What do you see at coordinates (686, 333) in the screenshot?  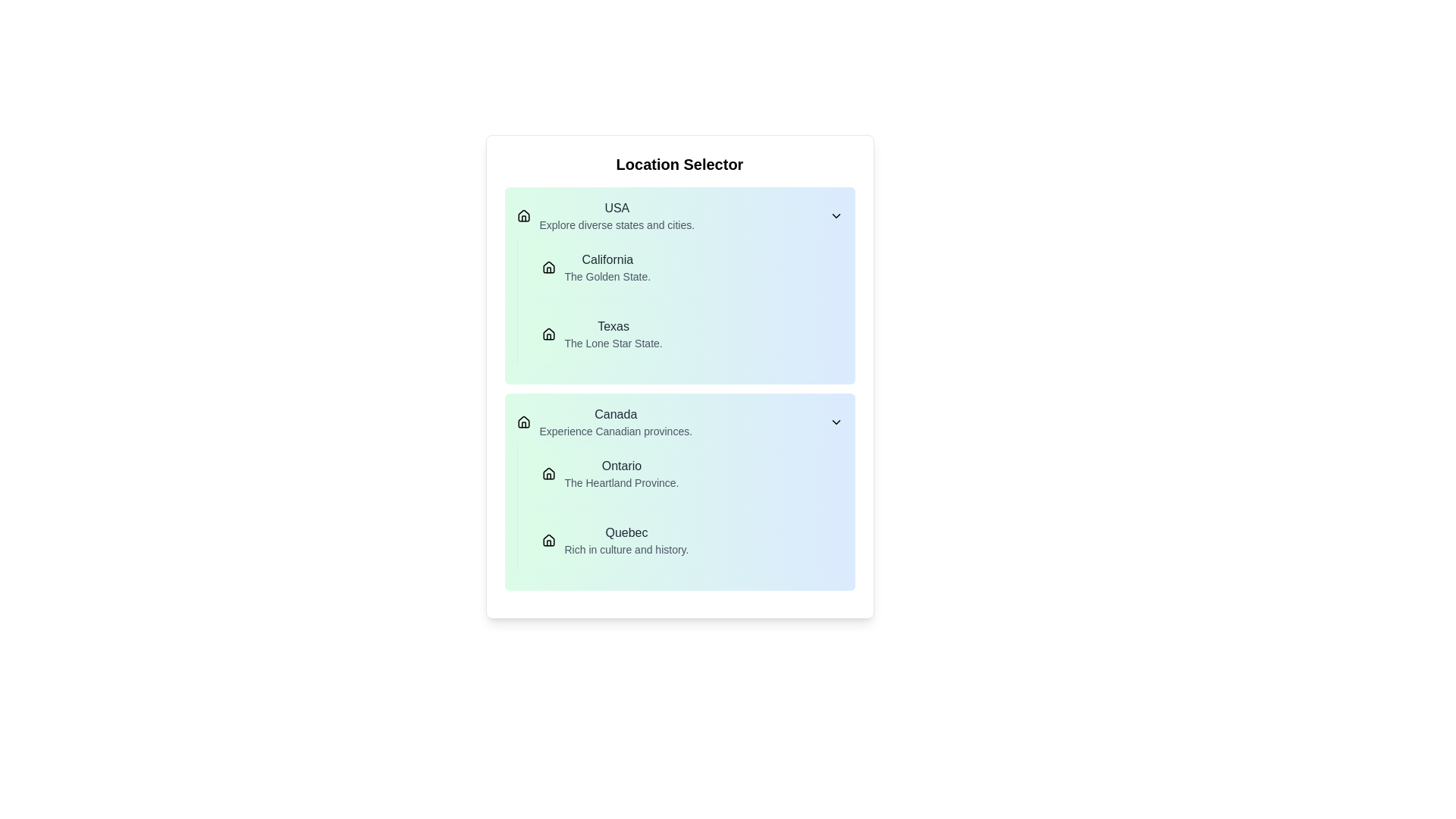 I see `the Informational card titled 'Texas'` at bounding box center [686, 333].